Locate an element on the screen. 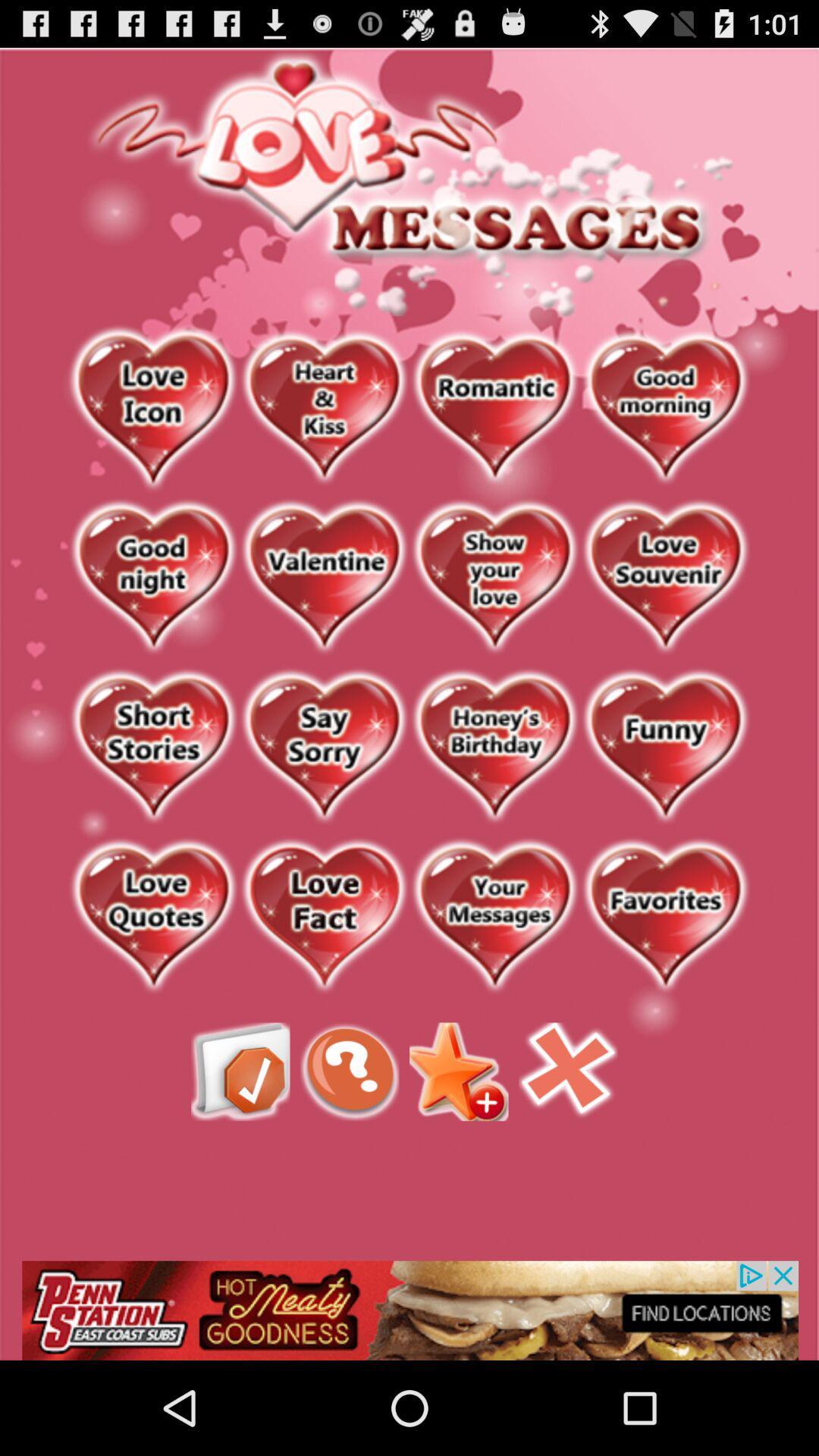 The width and height of the screenshot is (819, 1456). category is located at coordinates (494, 409).